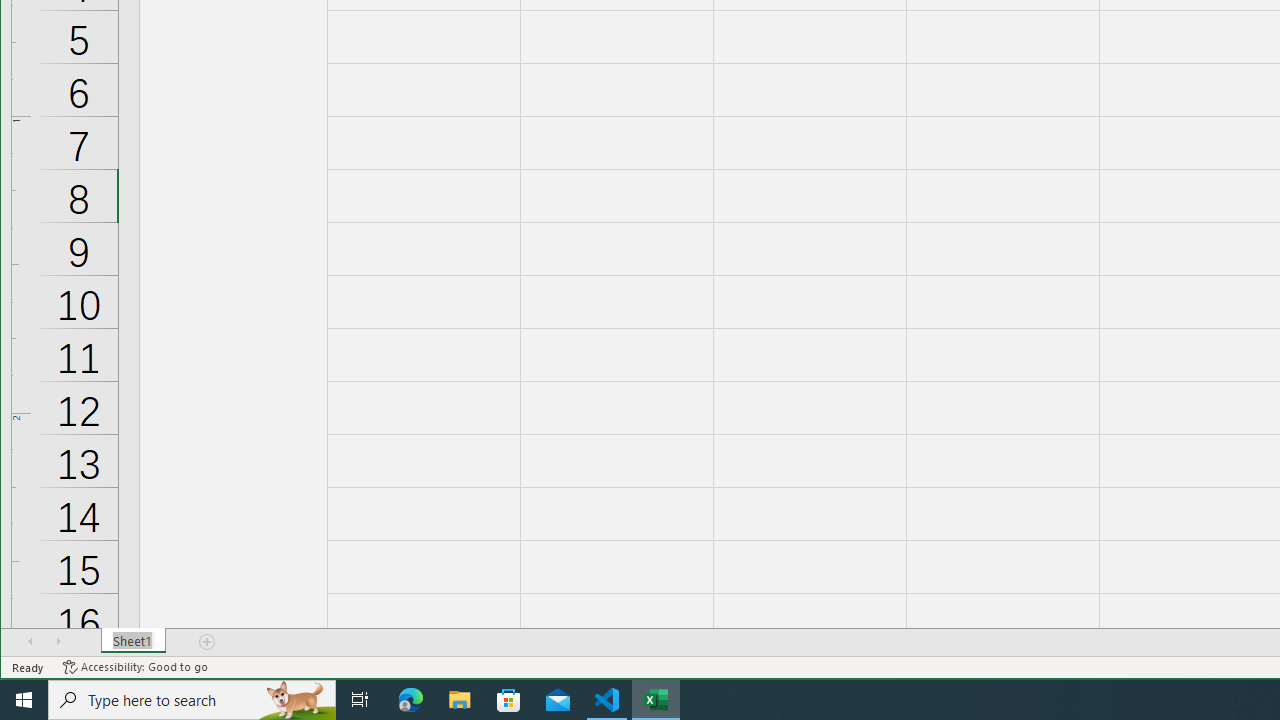 The height and width of the screenshot is (720, 1280). Describe the element at coordinates (30, 641) in the screenshot. I see `'Scroll Left'` at that location.